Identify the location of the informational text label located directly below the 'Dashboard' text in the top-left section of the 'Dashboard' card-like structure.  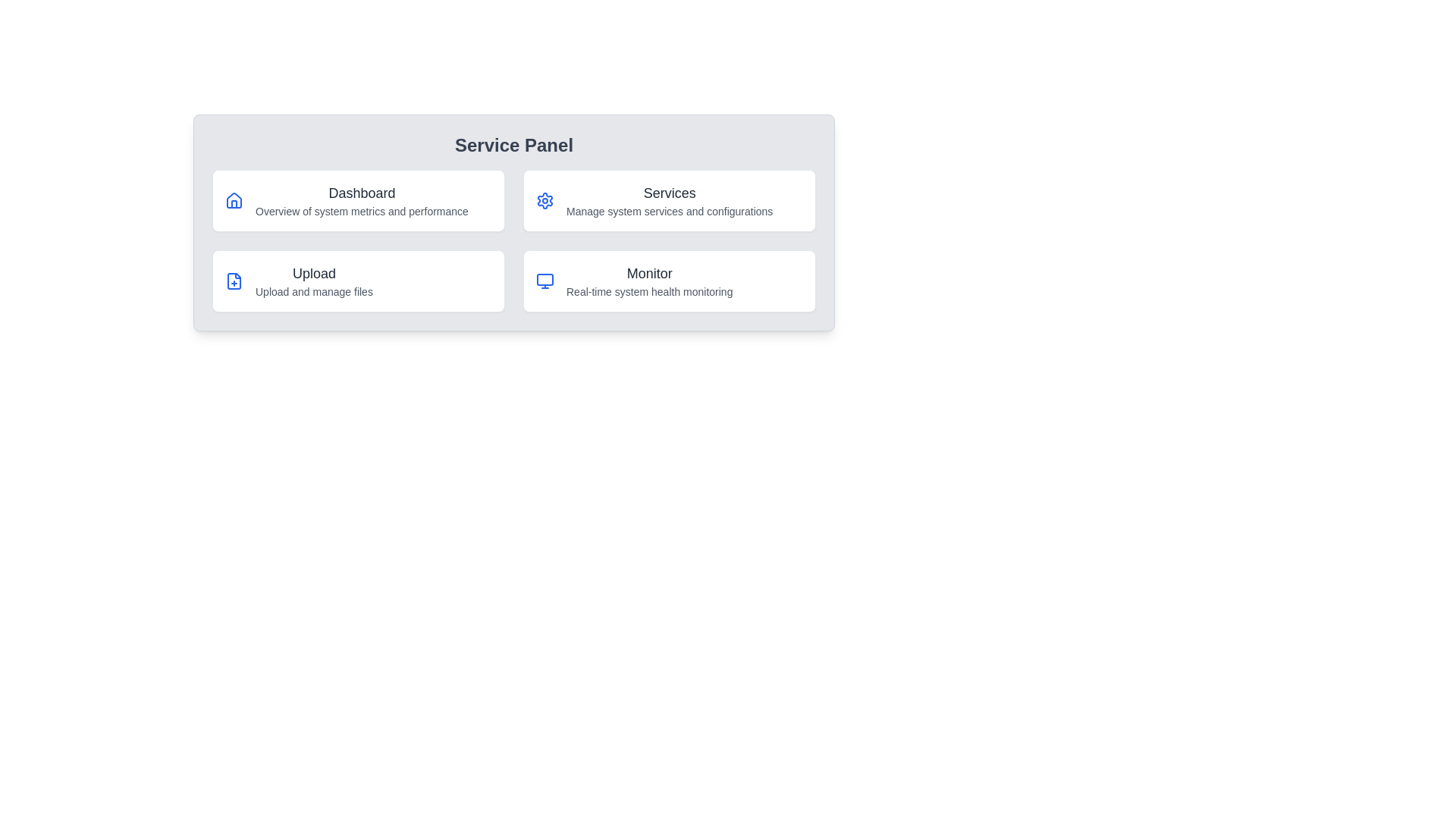
(361, 211).